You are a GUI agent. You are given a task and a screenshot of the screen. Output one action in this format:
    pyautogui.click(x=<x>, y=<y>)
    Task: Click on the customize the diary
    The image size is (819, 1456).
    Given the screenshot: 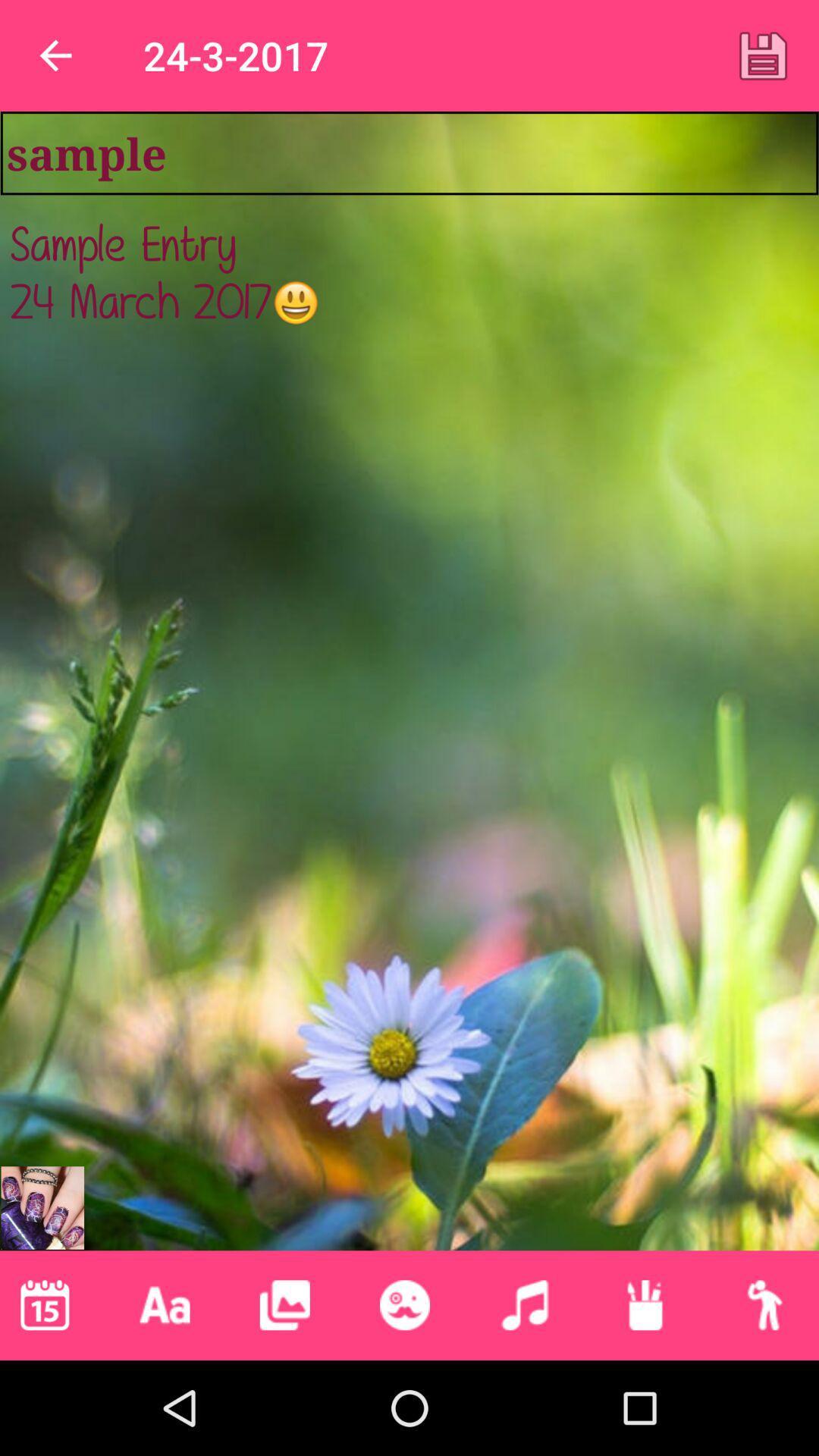 What is the action you would take?
    pyautogui.click(x=645, y=1304)
    